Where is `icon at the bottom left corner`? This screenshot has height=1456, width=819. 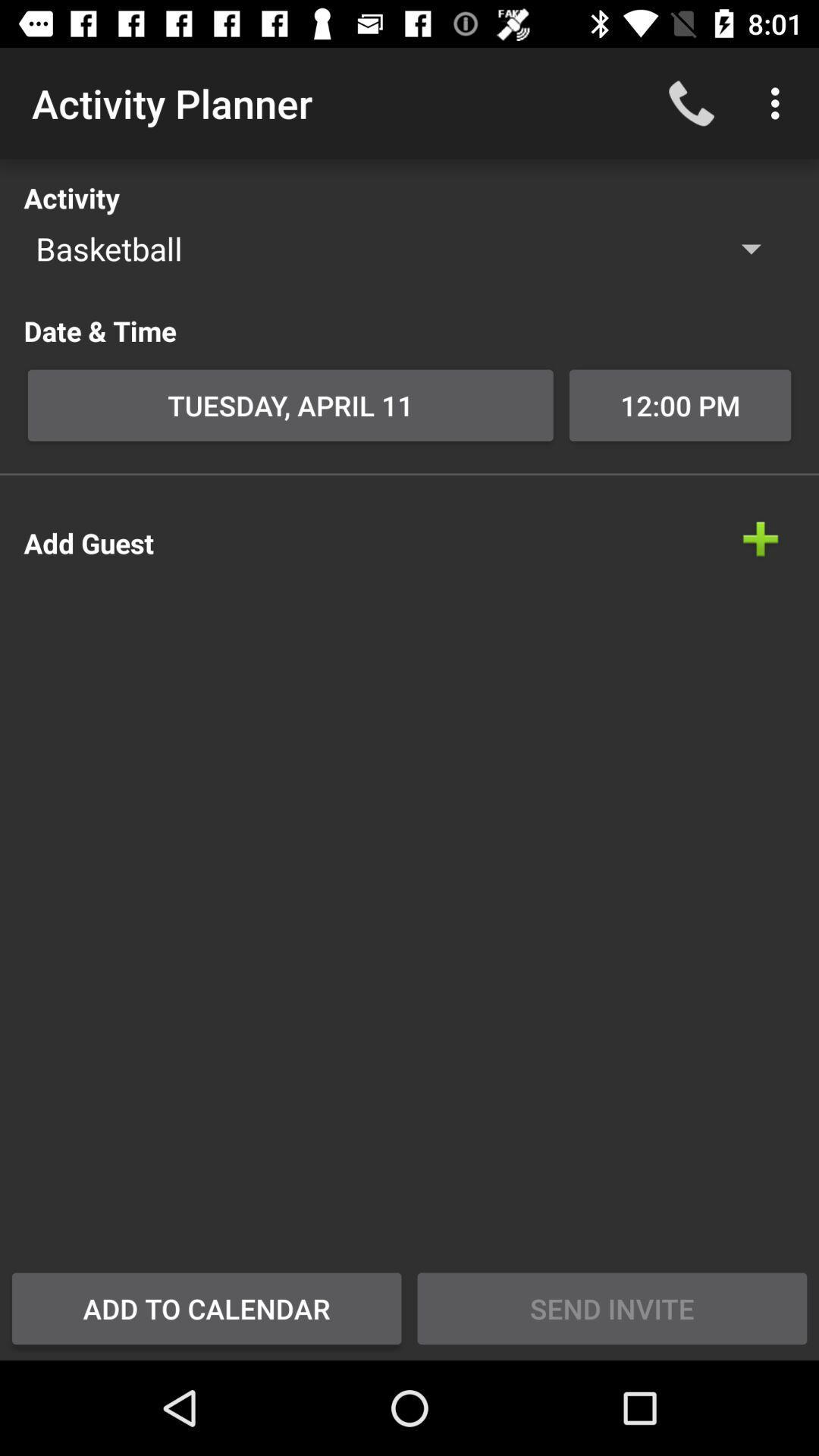 icon at the bottom left corner is located at coordinates (206, 1307).